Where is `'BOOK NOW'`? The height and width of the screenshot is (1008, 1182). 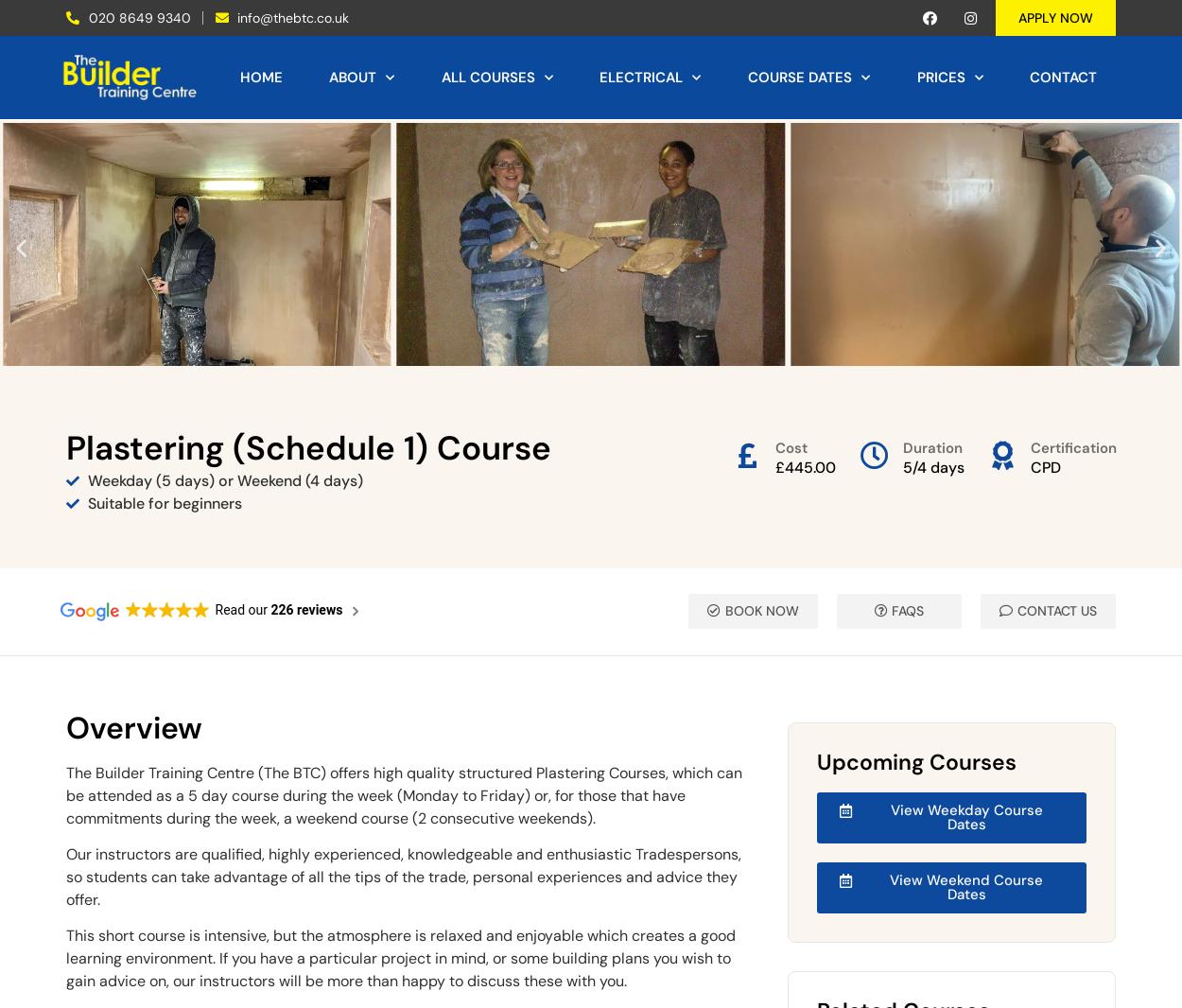 'BOOK NOW' is located at coordinates (761, 609).